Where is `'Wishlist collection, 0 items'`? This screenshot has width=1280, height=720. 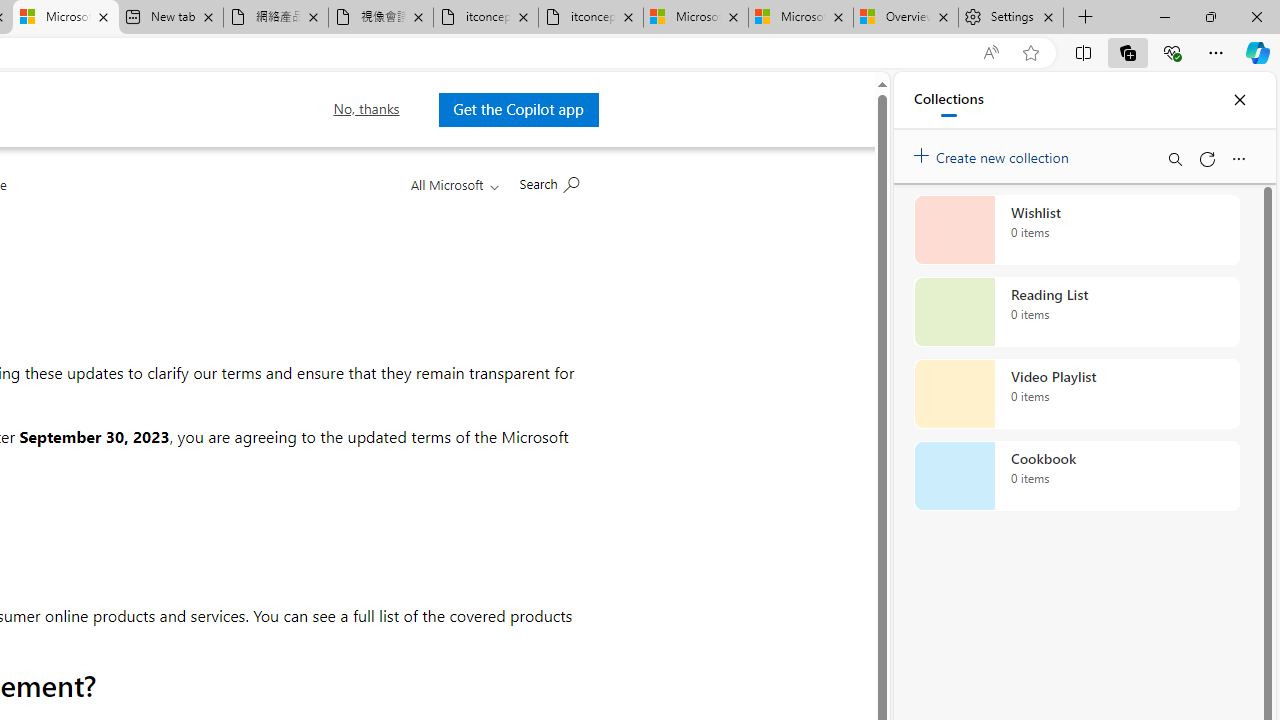 'Wishlist collection, 0 items' is located at coordinates (1076, 229).